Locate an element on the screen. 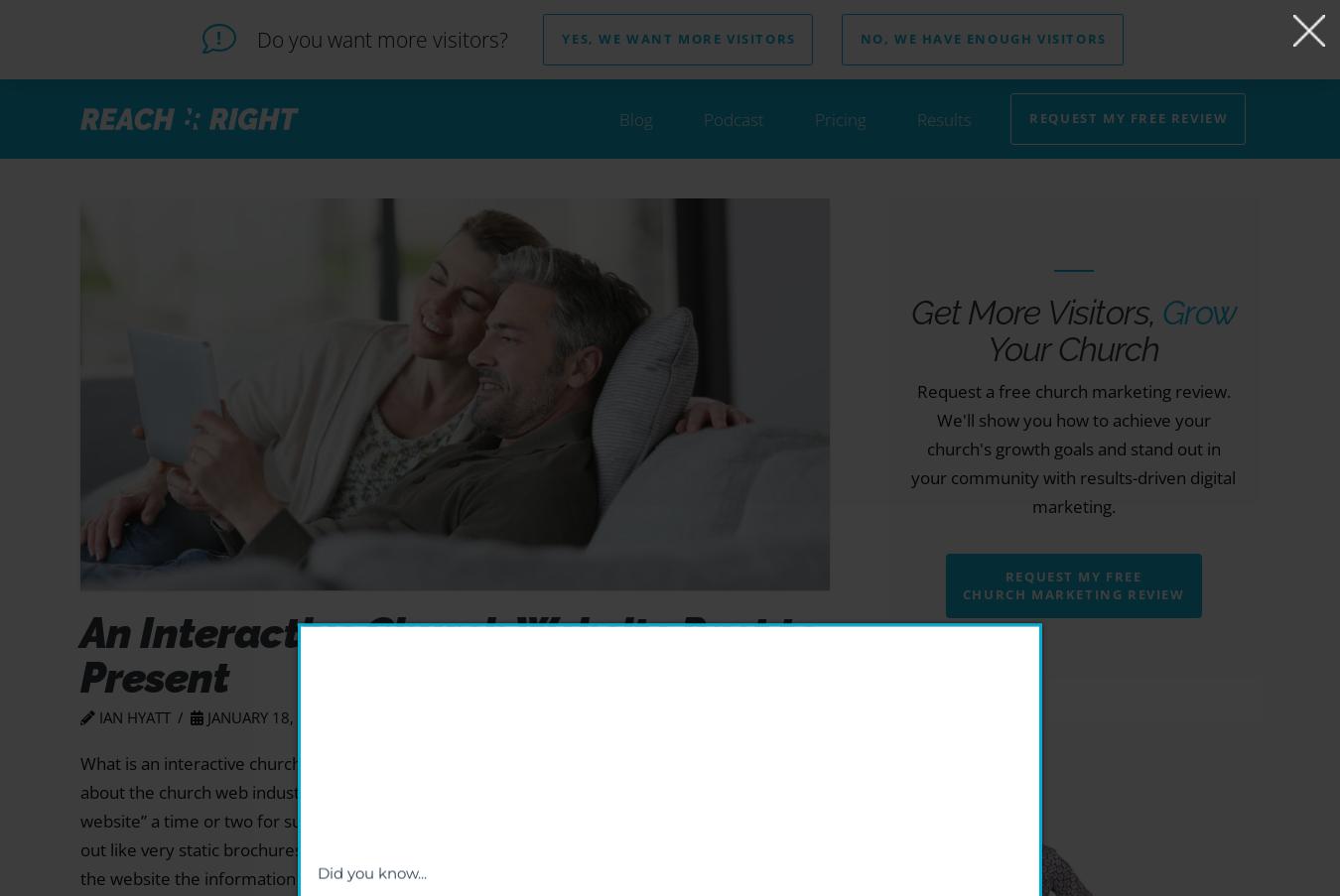  'Local SEO' is located at coordinates (830, 226).